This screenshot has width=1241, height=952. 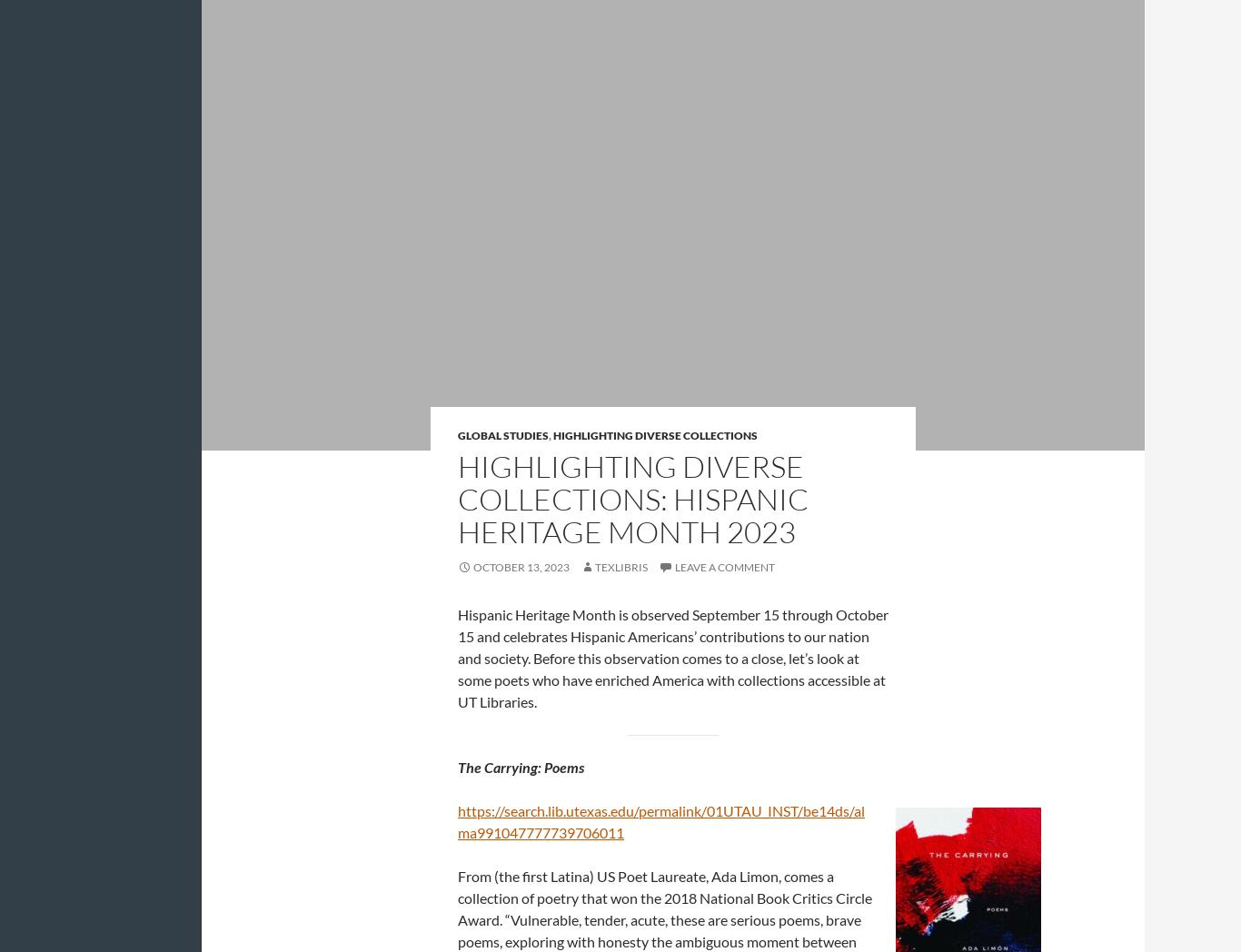 I want to click on 'The Carrying: Poems', so click(x=520, y=766).